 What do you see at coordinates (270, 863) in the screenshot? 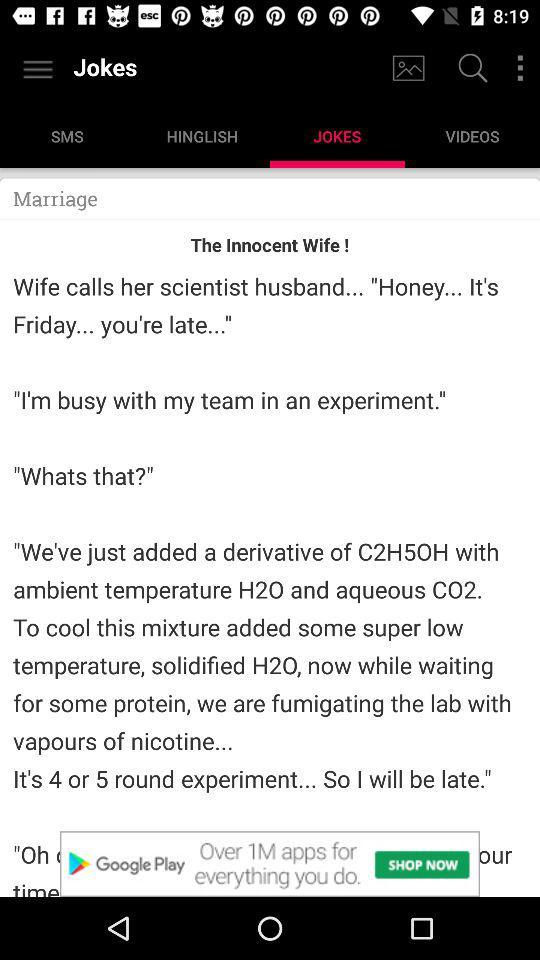
I see `advertisement` at bounding box center [270, 863].